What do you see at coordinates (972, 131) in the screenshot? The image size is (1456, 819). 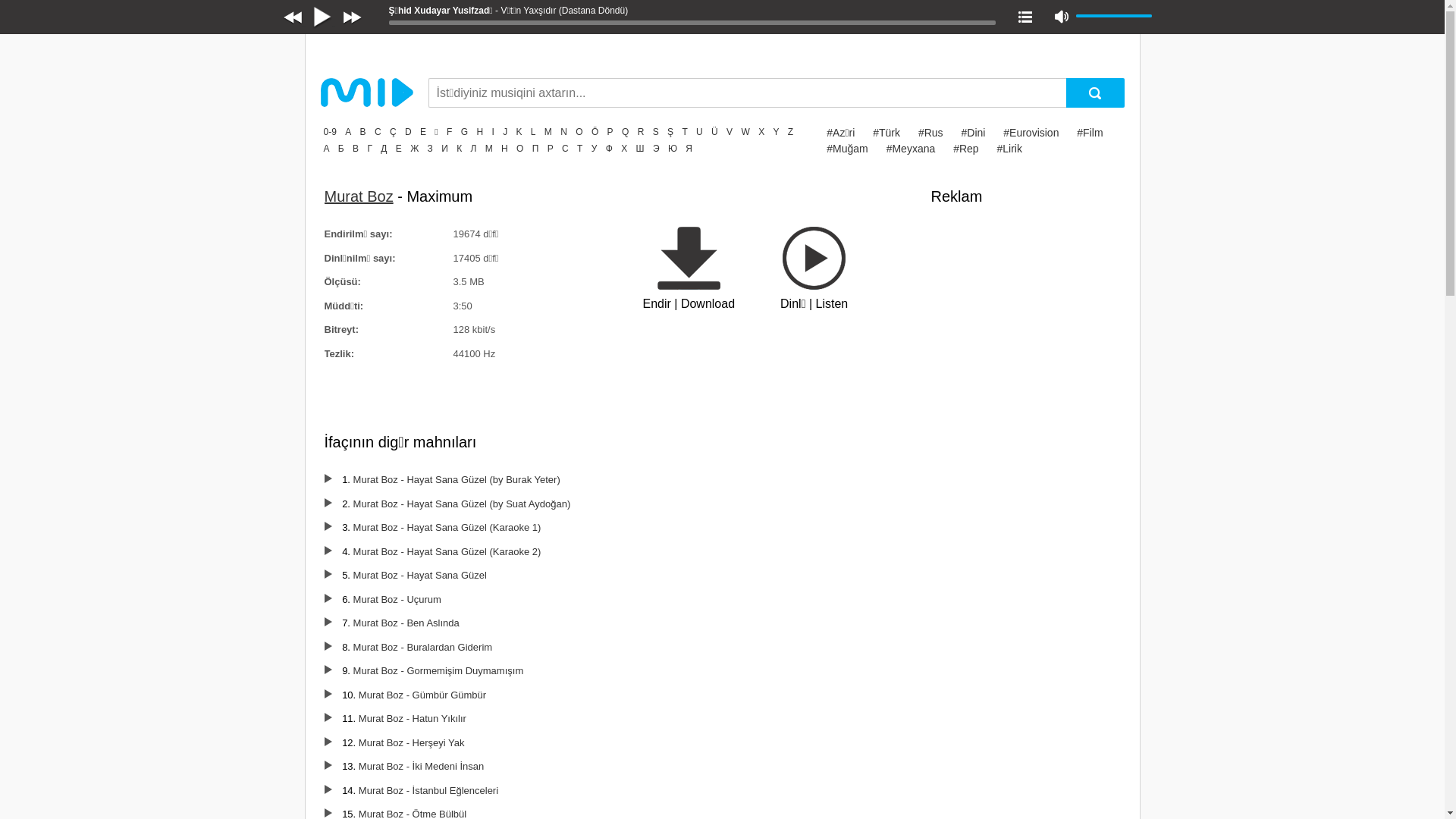 I see `'#Dini'` at bounding box center [972, 131].